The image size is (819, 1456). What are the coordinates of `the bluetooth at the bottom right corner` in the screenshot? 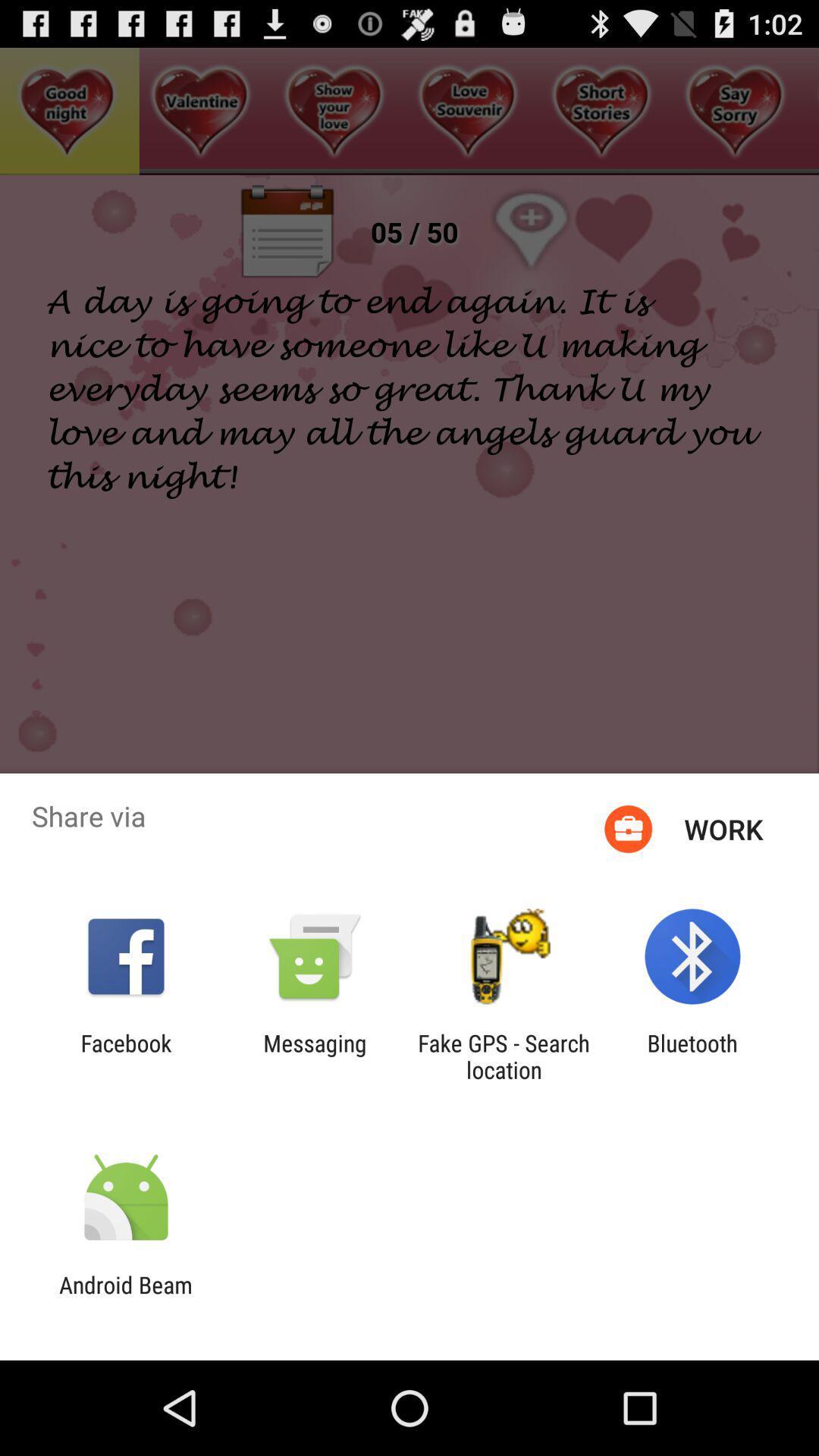 It's located at (692, 1056).